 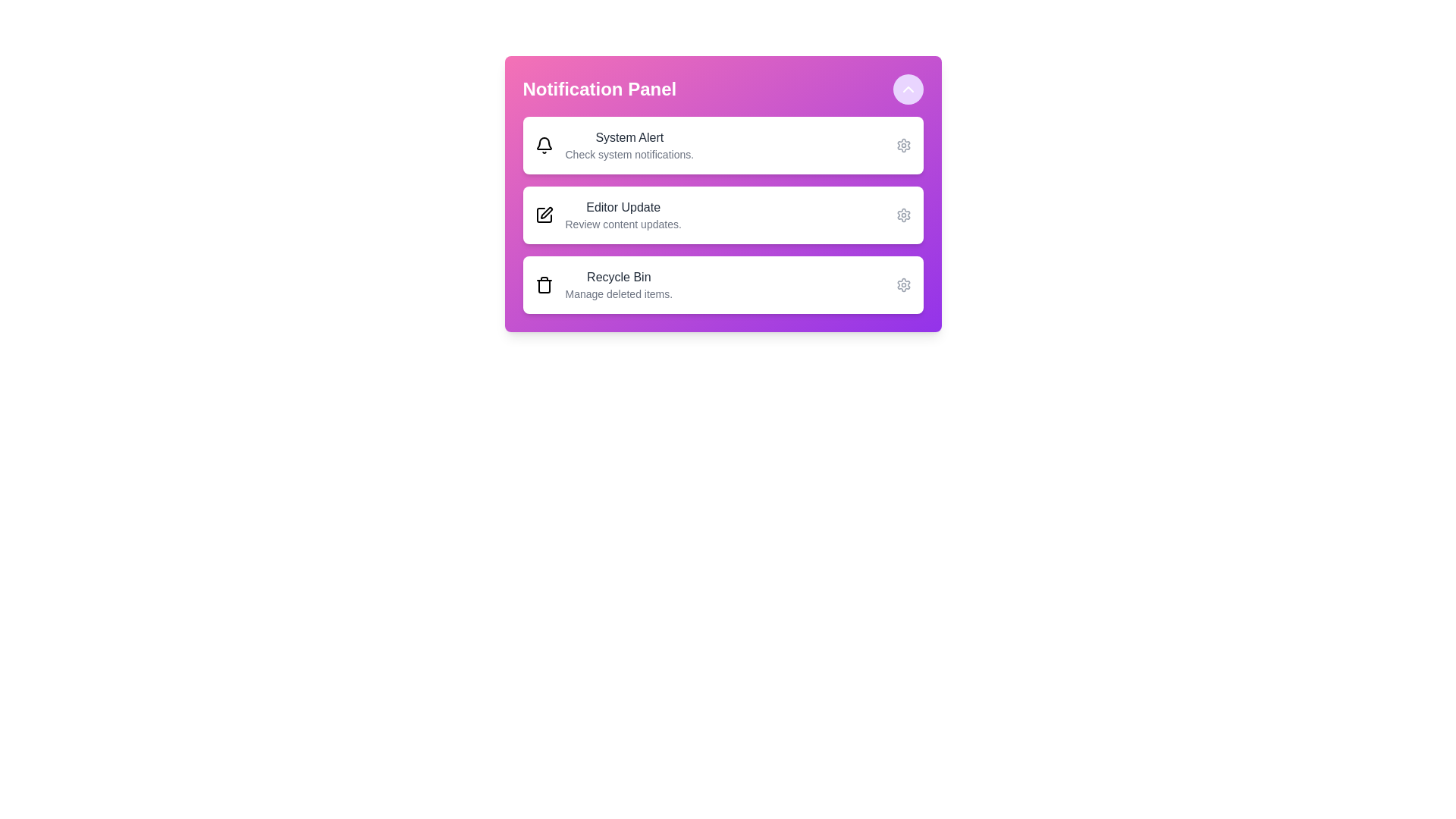 What do you see at coordinates (903, 146) in the screenshot?
I see `the settings icon for the notification labeled 'System Alert'` at bounding box center [903, 146].